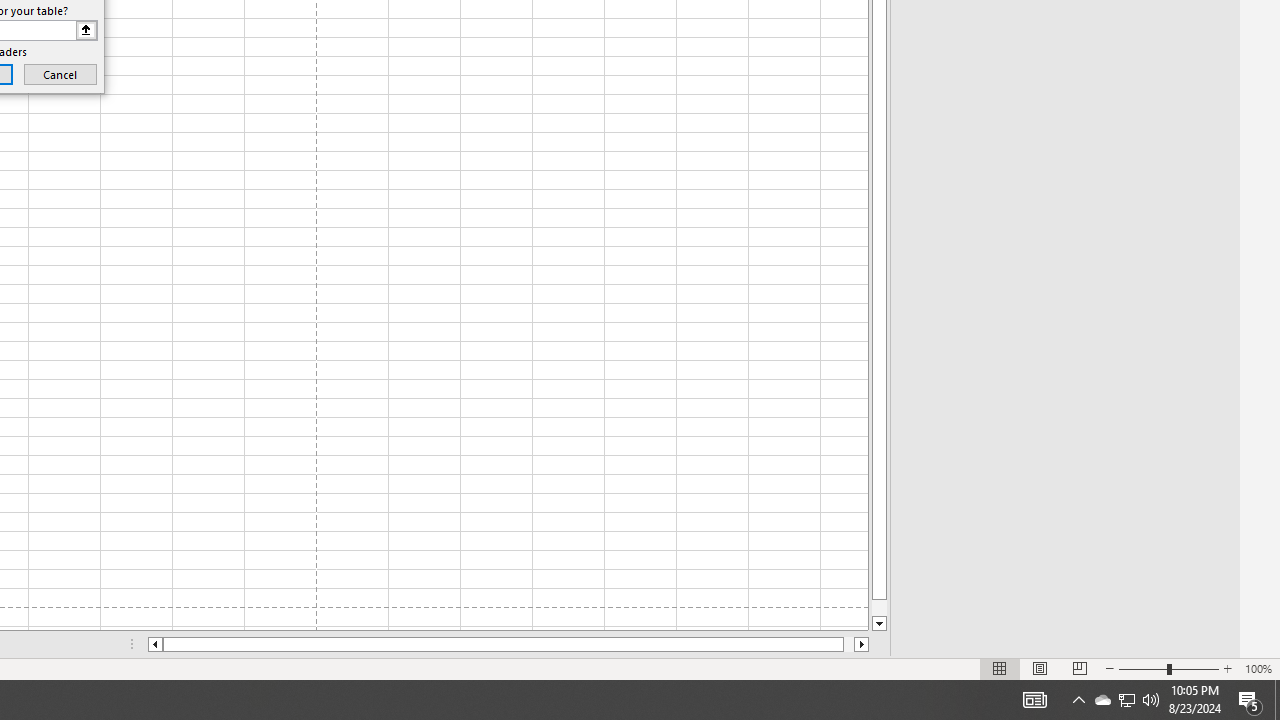  Describe the element at coordinates (1143, 669) in the screenshot. I see `'Zoom Out'` at that location.